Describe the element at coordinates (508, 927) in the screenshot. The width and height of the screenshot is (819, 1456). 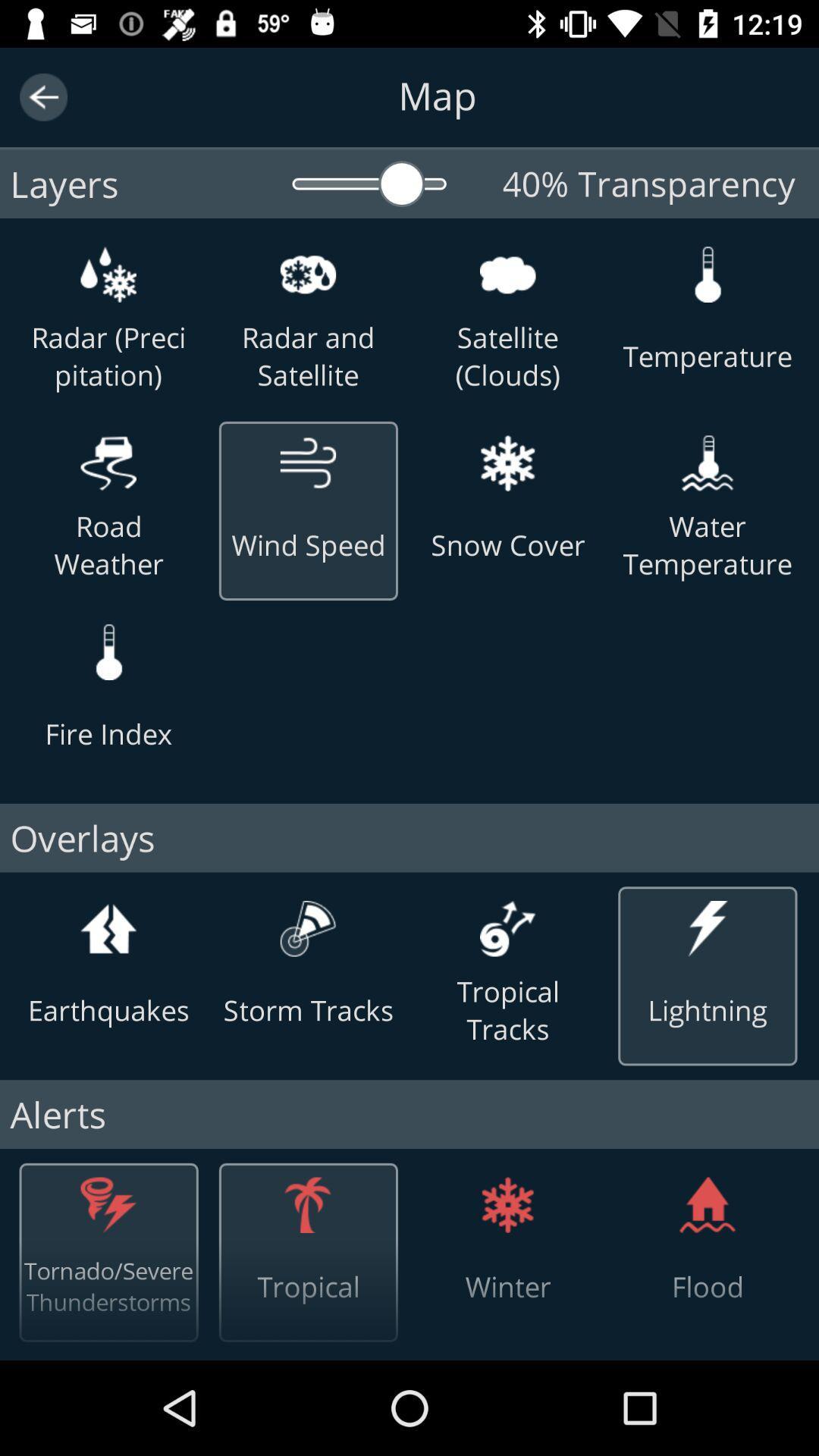
I see `the icon above tropical tracks` at that location.